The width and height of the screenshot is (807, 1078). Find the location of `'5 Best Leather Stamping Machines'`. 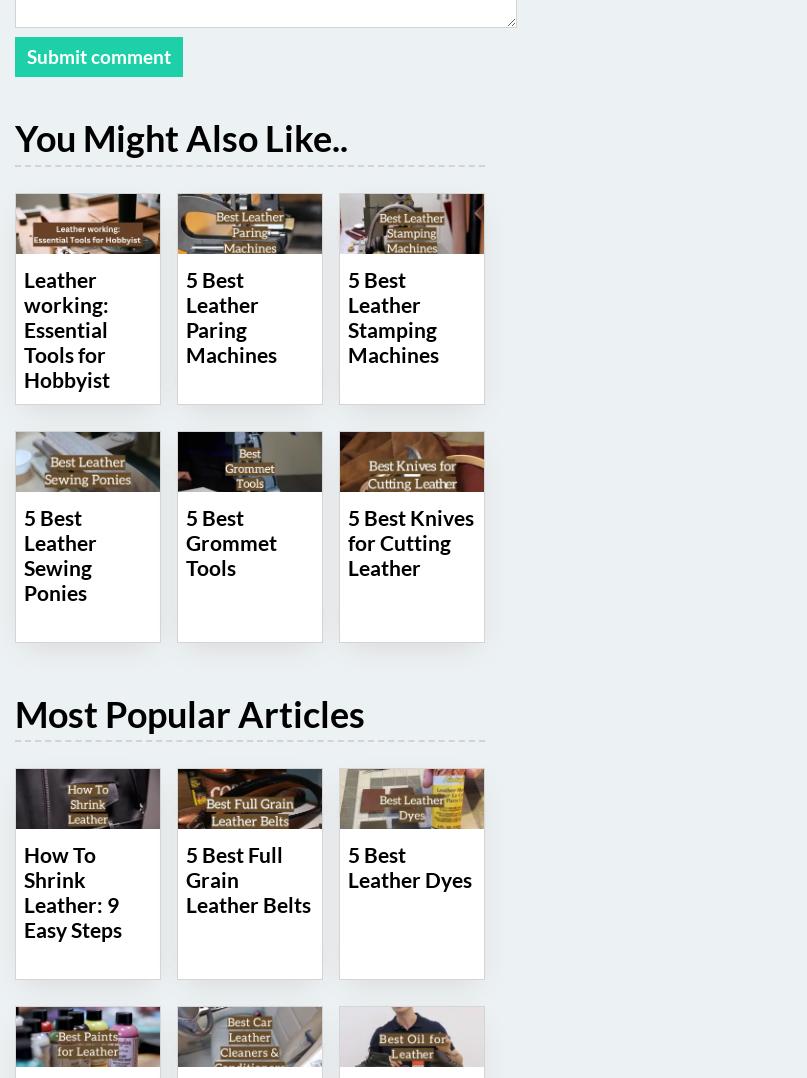

'5 Best Leather Stamping Machines' is located at coordinates (393, 315).